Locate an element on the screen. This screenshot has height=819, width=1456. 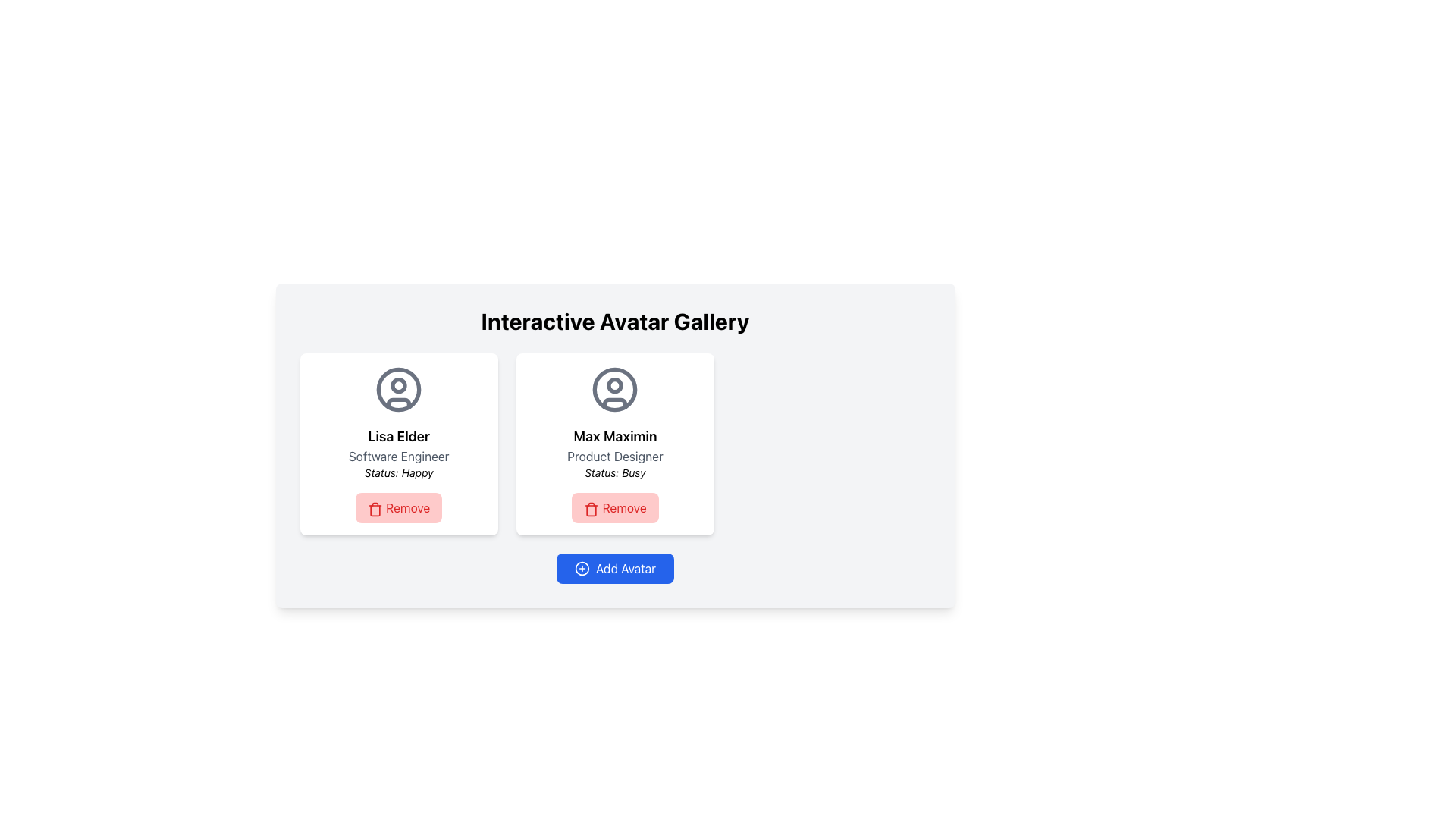
the graphical component within the avatar icon in the left user card titled 'Lisa Elder' is located at coordinates (399, 384).